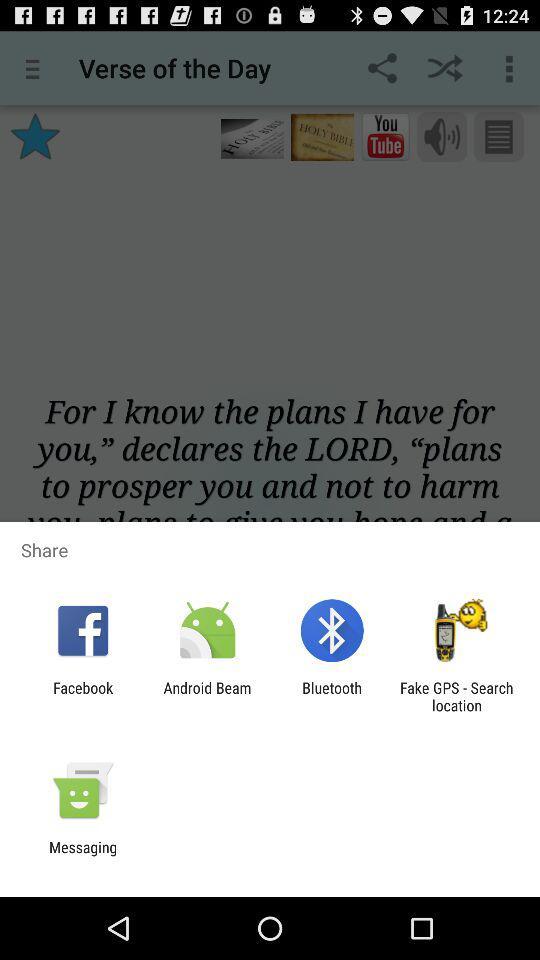  What do you see at coordinates (332, 696) in the screenshot?
I see `app to the right of android beam item` at bounding box center [332, 696].